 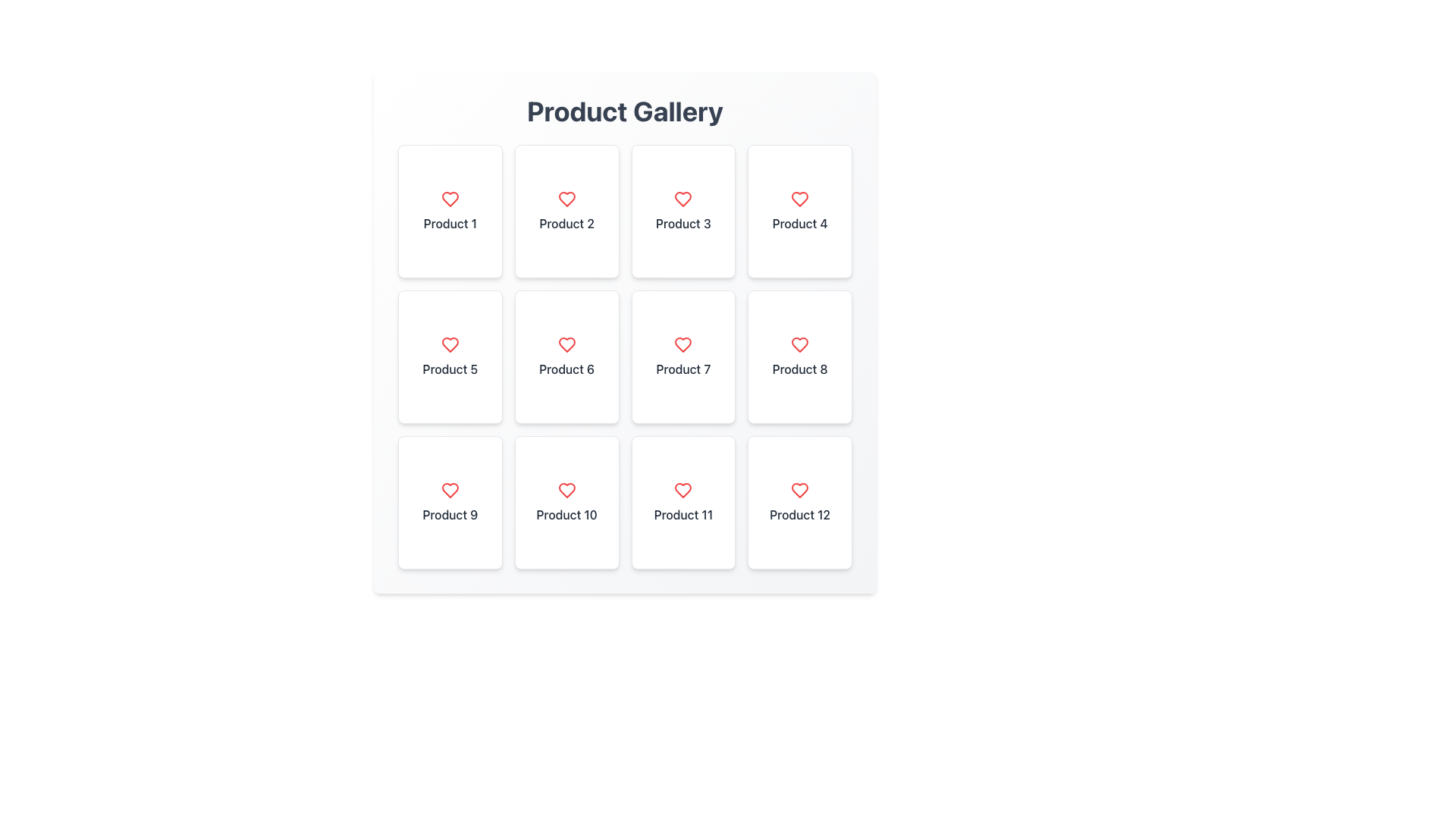 What do you see at coordinates (799, 513) in the screenshot?
I see `the text label located in the bottom-right card of the grid layout, which is centered horizontally below a red heart icon` at bounding box center [799, 513].